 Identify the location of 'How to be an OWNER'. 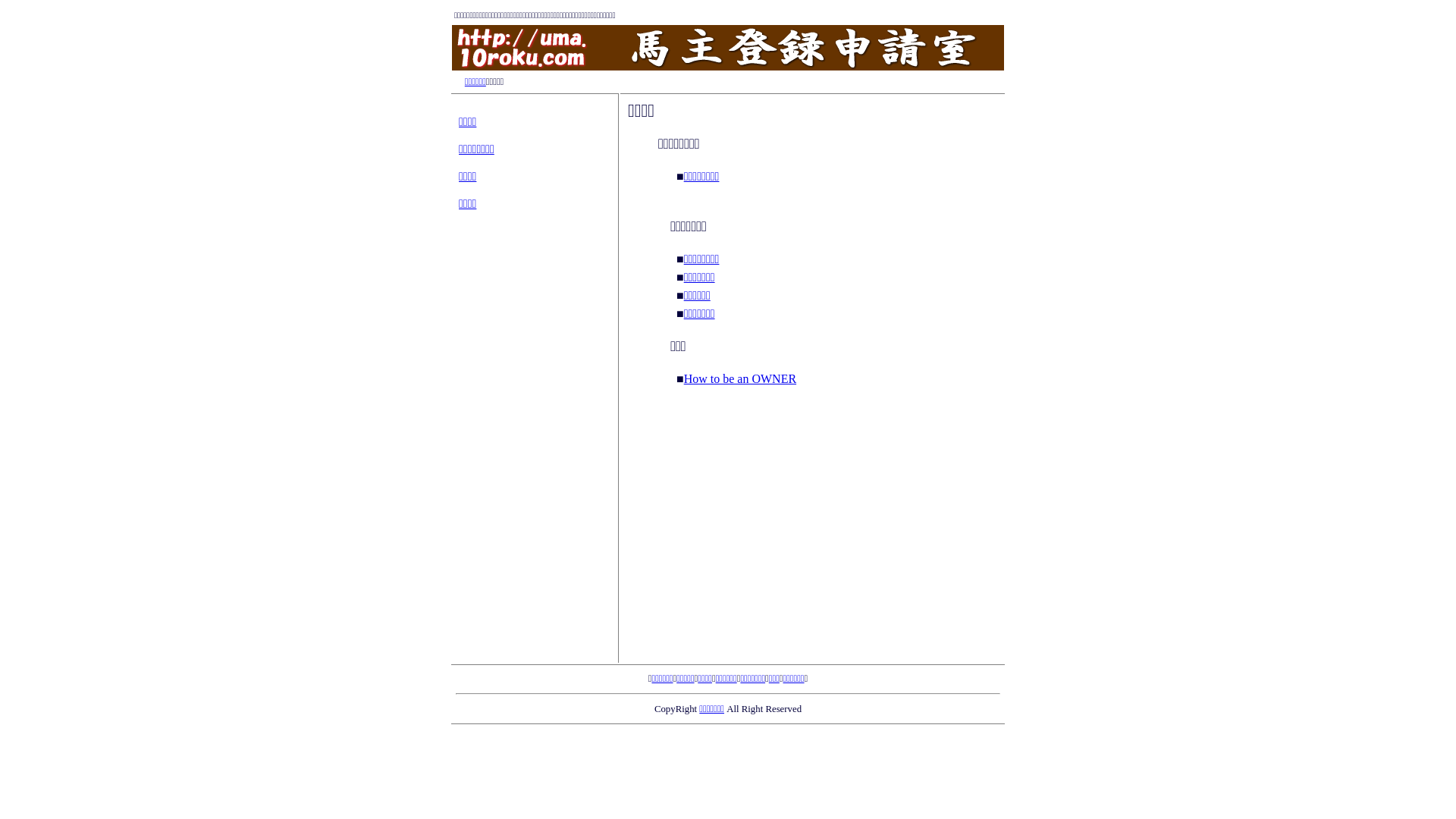
(739, 377).